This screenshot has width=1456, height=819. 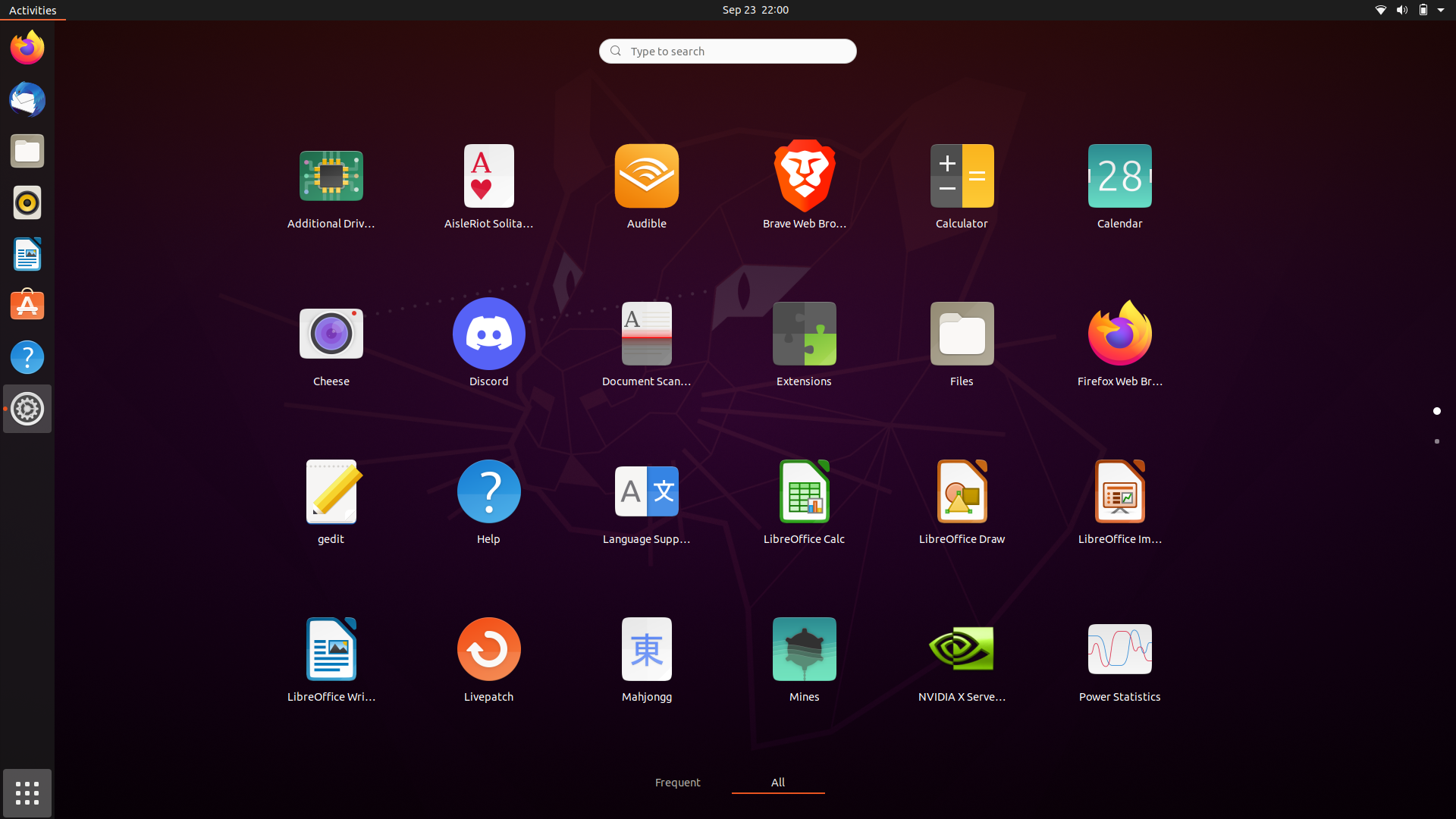 What do you see at coordinates (331, 657) in the screenshot?
I see `the Microsoft Word application` at bounding box center [331, 657].